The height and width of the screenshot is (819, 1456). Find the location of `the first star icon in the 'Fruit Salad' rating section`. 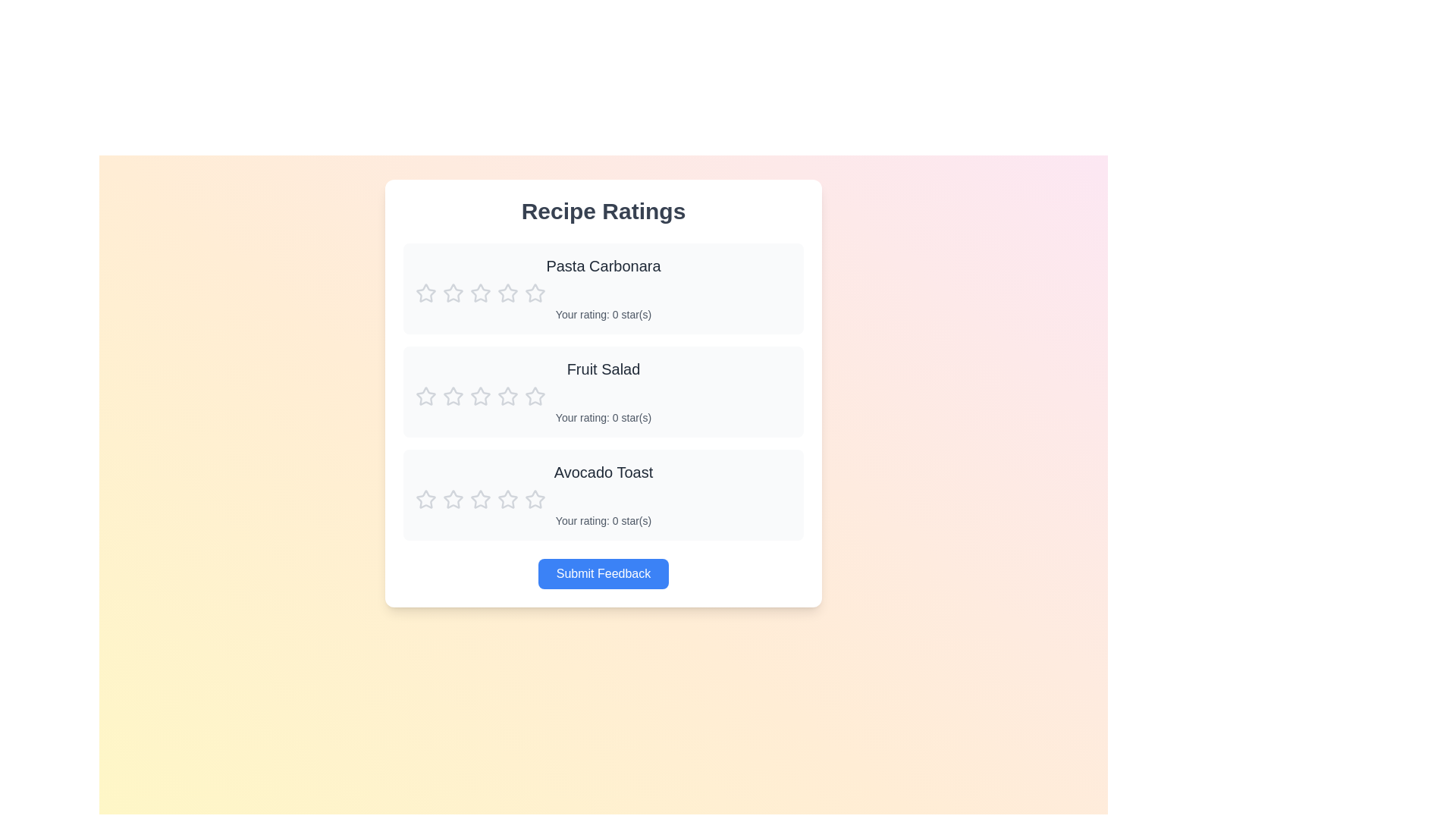

the first star icon in the 'Fruit Salad' rating section is located at coordinates (453, 395).